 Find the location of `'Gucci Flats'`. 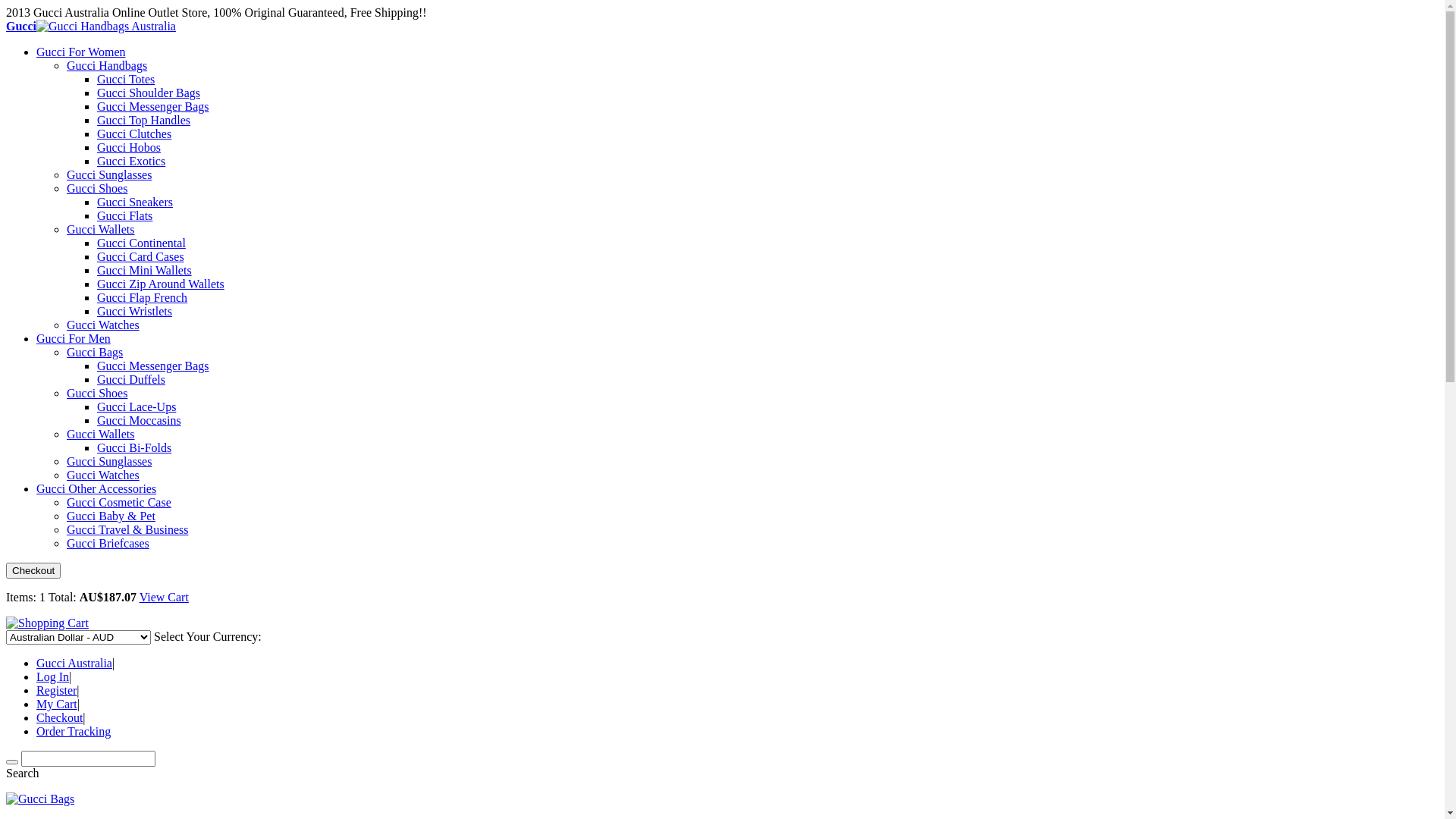

'Gucci Flats' is located at coordinates (124, 215).